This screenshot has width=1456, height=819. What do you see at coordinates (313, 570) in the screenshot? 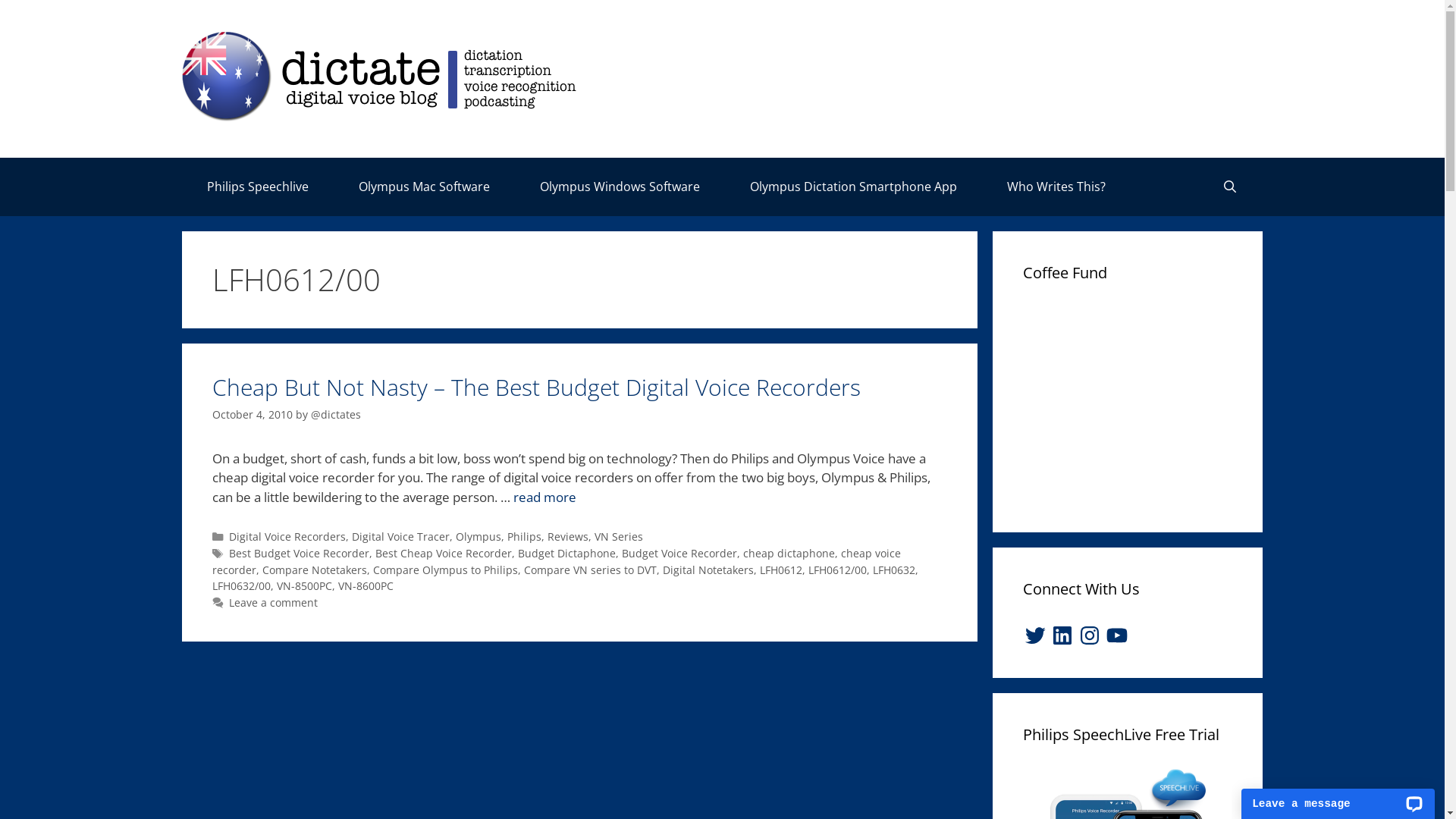
I see `'Compare Notetakers'` at bounding box center [313, 570].